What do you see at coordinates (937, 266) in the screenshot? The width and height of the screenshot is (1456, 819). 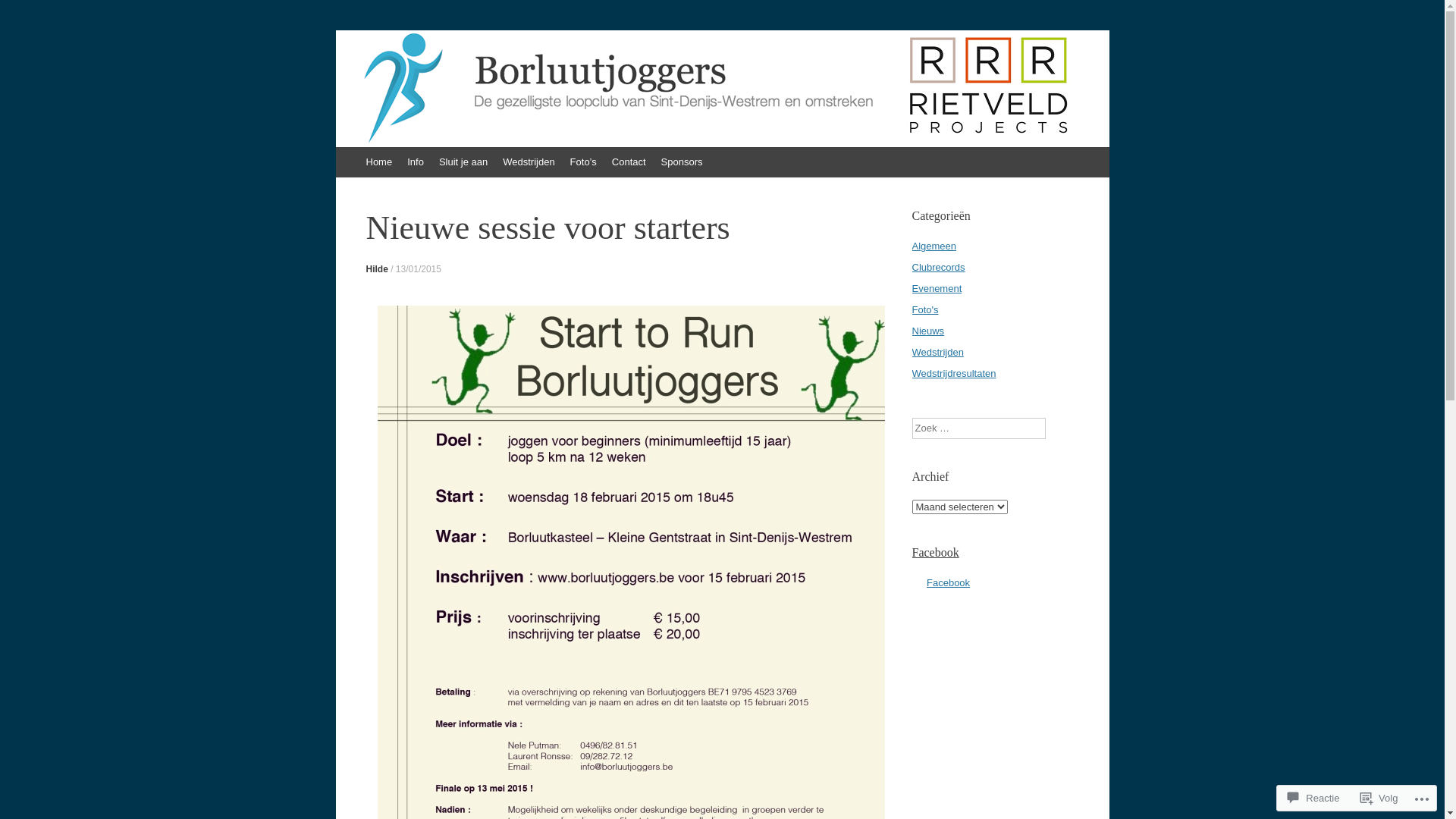 I see `'Clubrecords'` at bounding box center [937, 266].